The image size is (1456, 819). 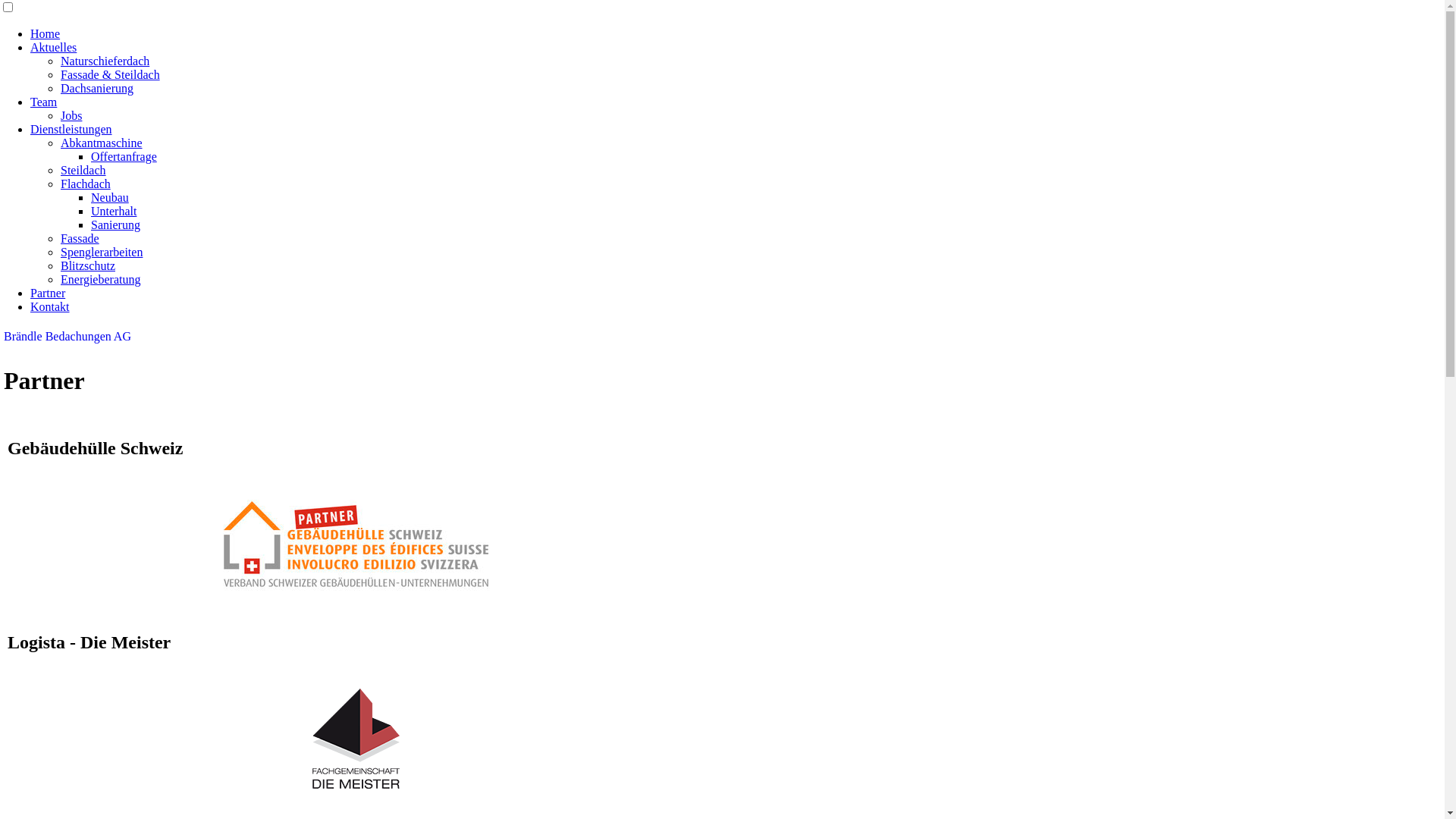 What do you see at coordinates (101, 251) in the screenshot?
I see `'Spenglerarbeiten'` at bounding box center [101, 251].